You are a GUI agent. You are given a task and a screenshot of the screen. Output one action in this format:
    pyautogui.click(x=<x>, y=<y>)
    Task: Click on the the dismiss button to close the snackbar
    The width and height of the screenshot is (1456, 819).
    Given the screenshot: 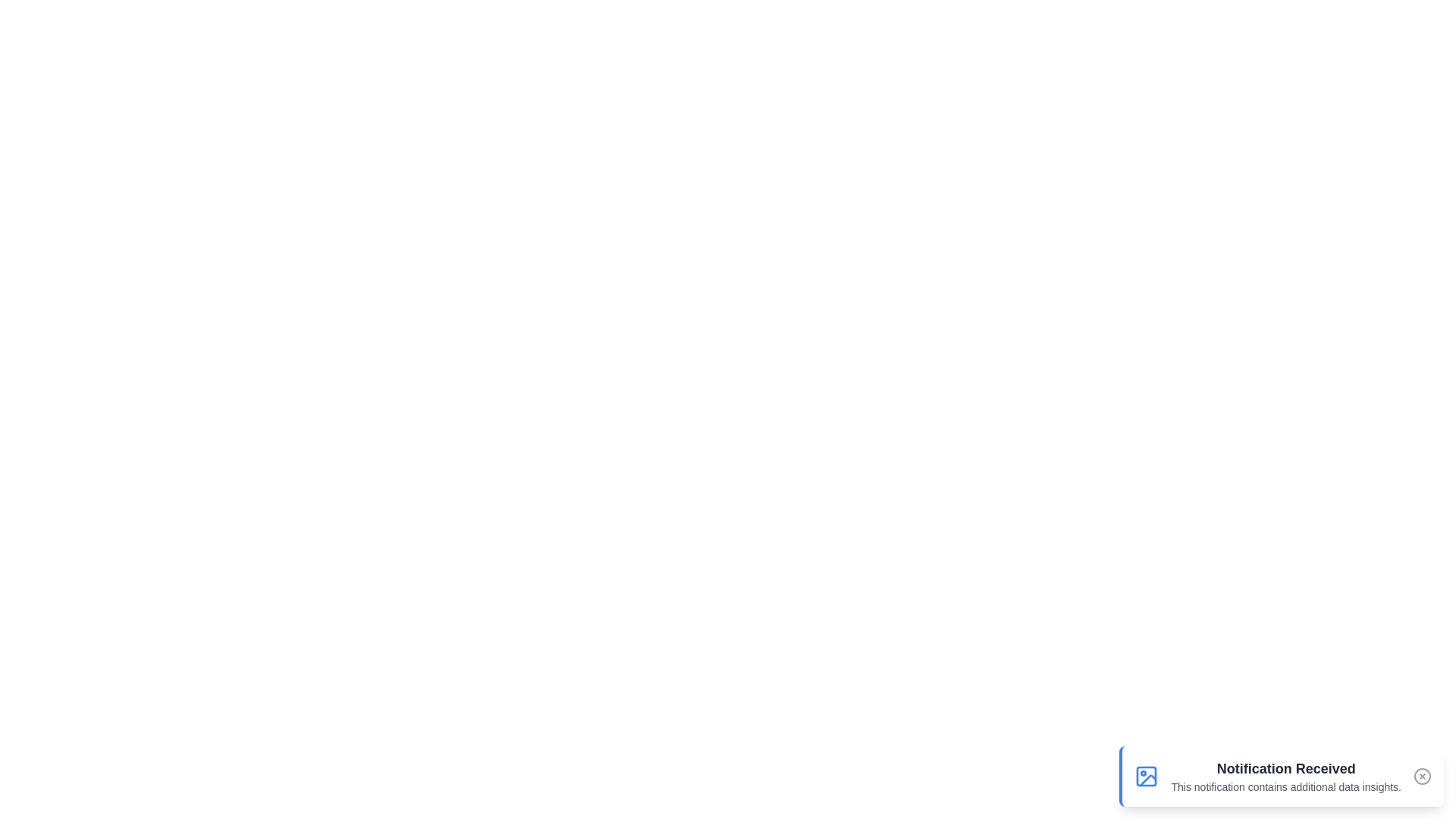 What is the action you would take?
    pyautogui.click(x=1422, y=776)
    